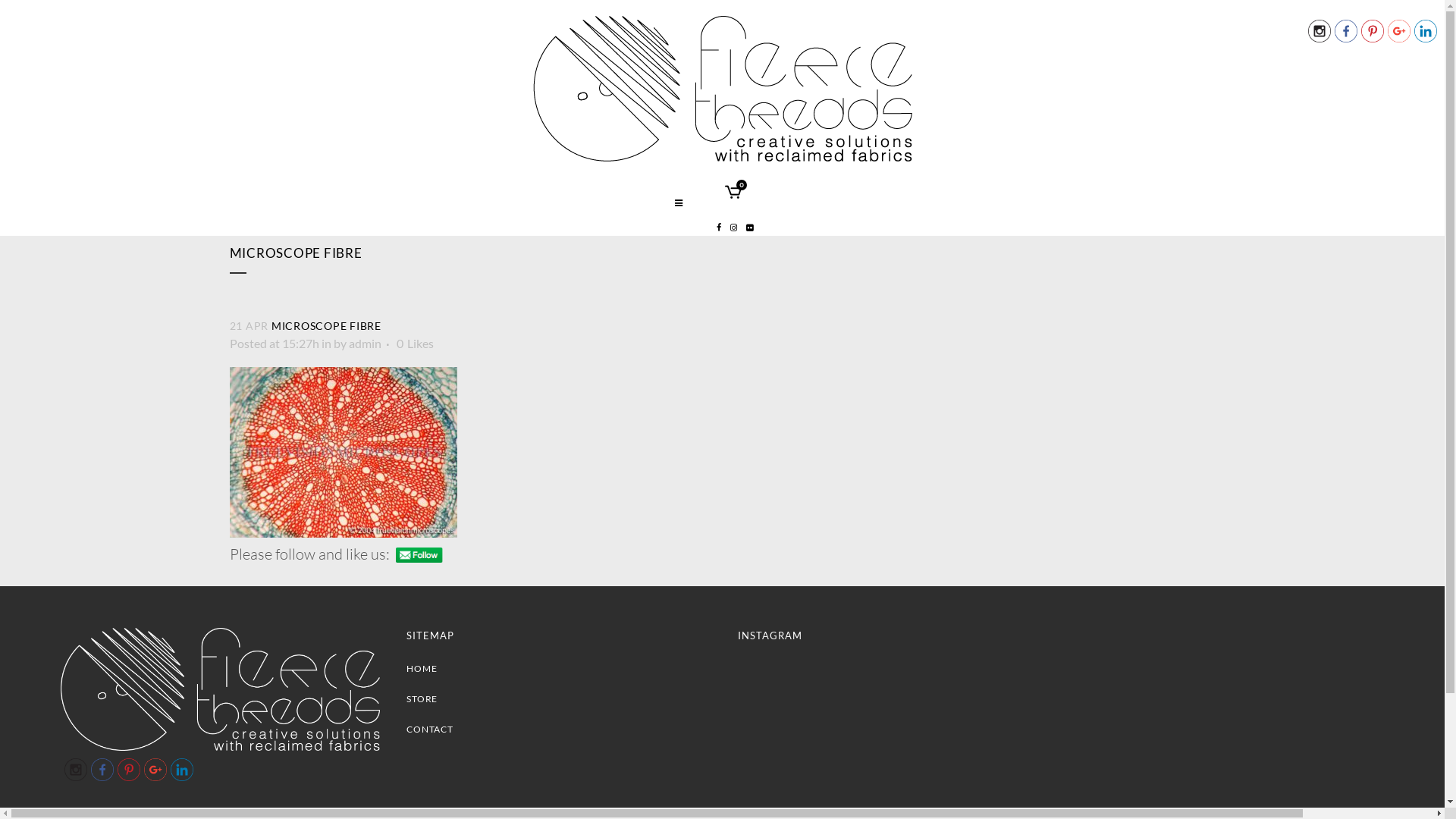  Describe the element at coordinates (171, 769) in the screenshot. I see `'LinkedIn'` at that location.